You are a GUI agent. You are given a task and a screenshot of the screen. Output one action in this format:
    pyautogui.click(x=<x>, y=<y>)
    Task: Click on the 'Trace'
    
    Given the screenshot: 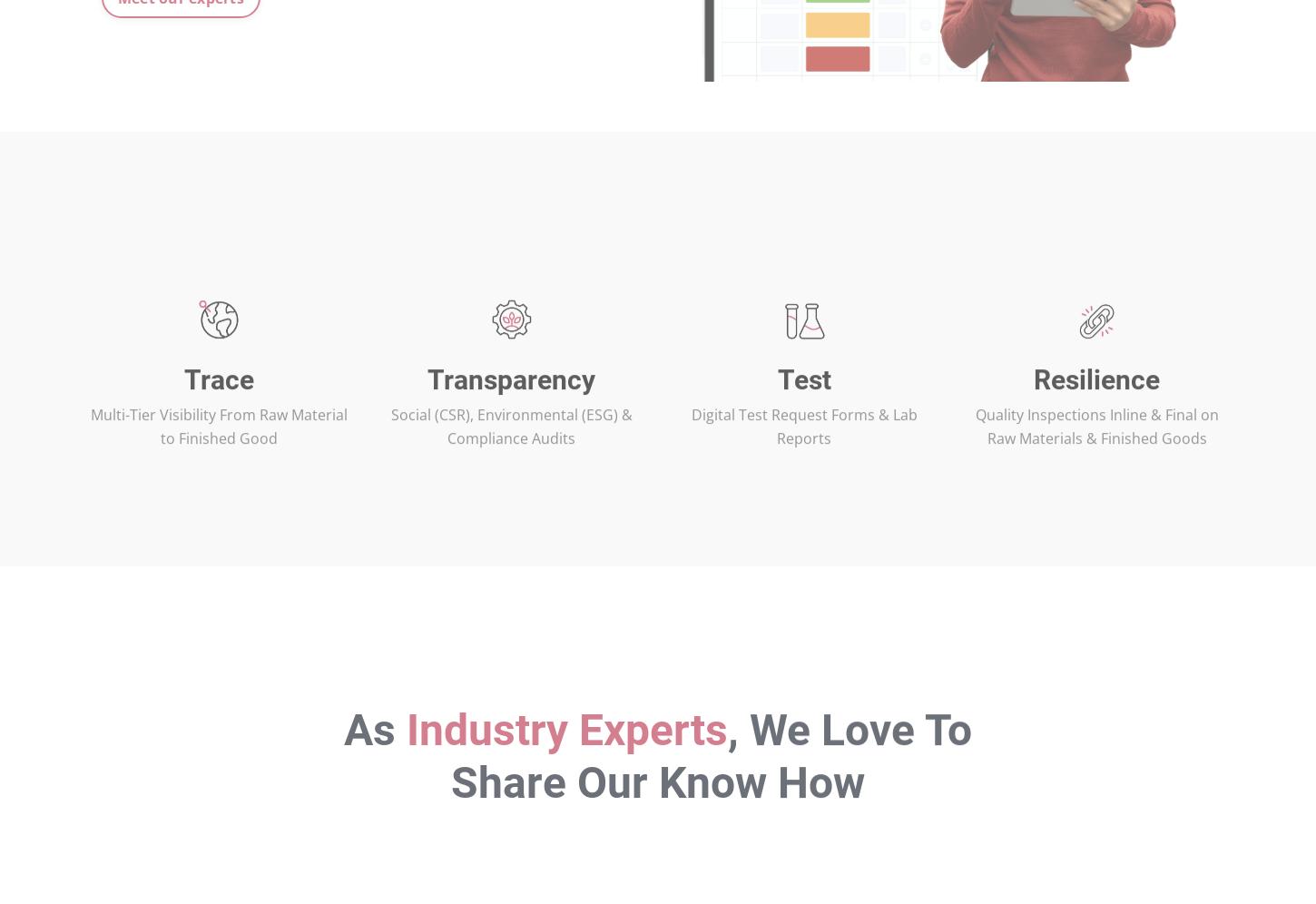 What is the action you would take?
    pyautogui.click(x=217, y=436)
    